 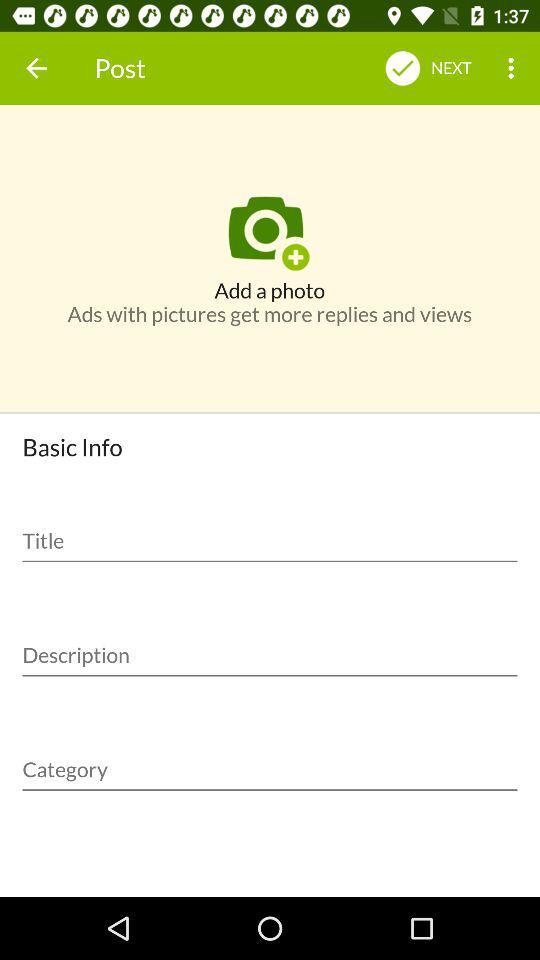 I want to click on the item next to the post, so click(x=36, y=68).